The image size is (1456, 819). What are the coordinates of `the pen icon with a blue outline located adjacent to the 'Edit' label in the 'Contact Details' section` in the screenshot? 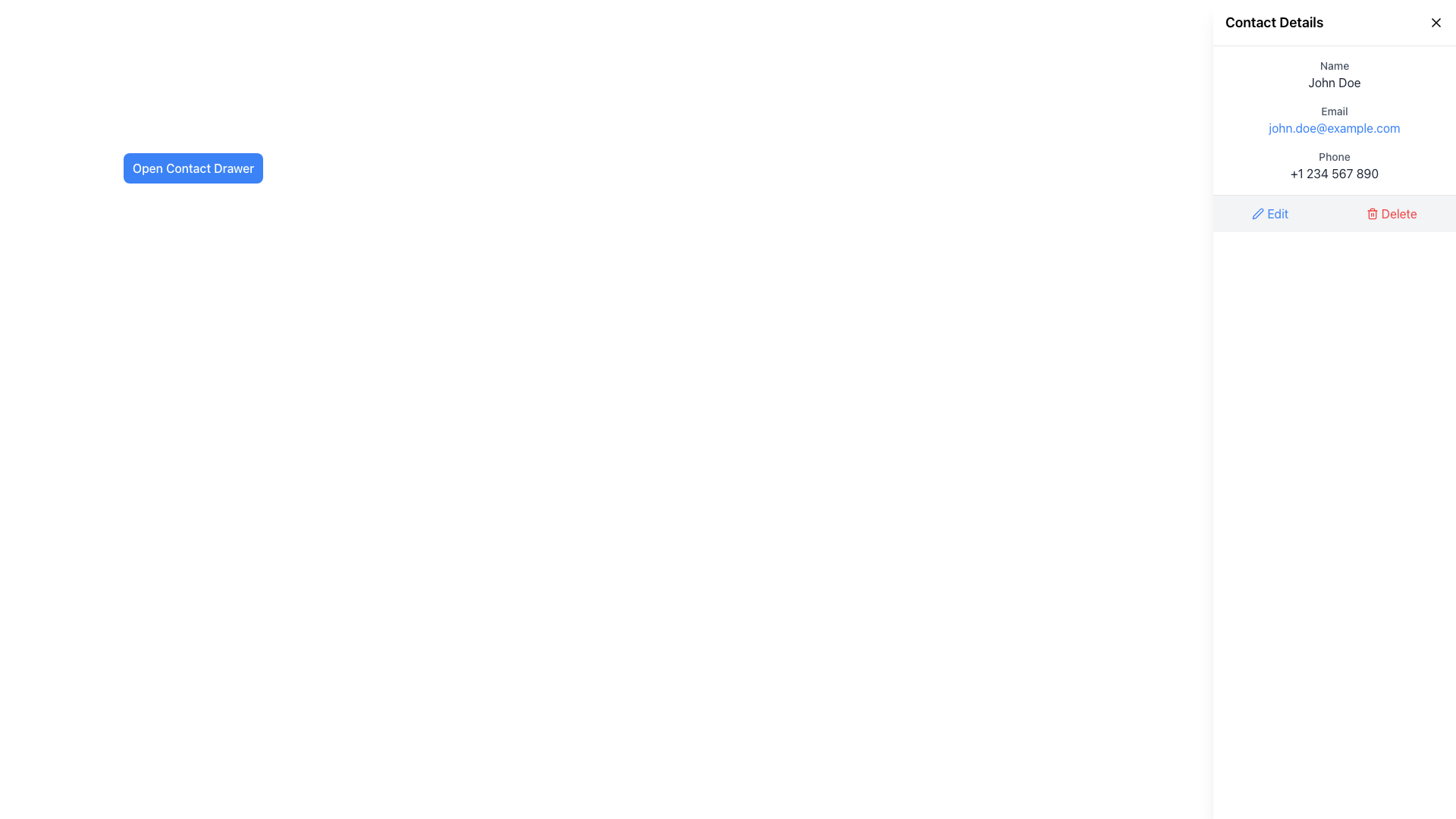 It's located at (1258, 213).